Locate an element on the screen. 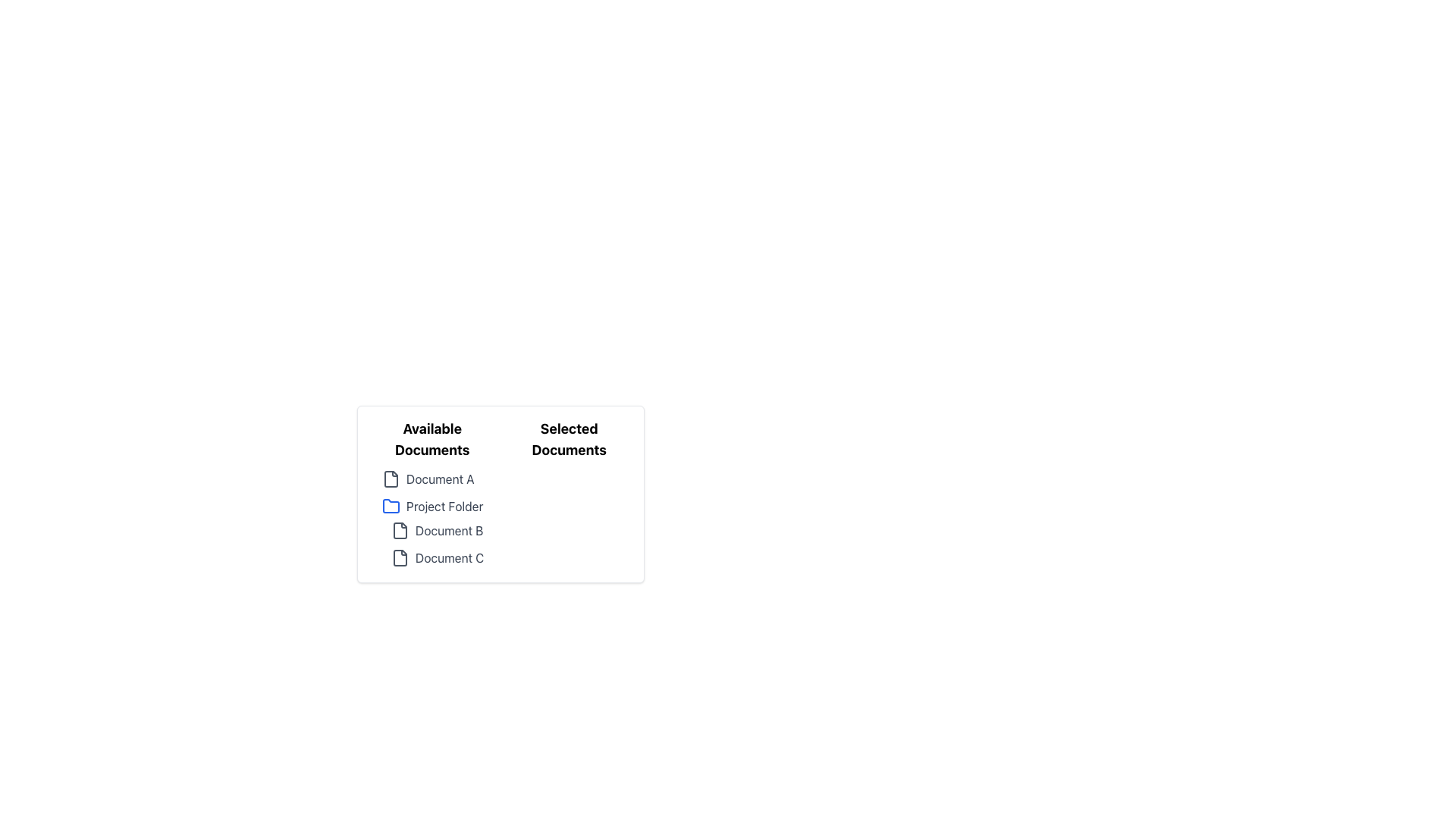  the file icon, which is gray and outlined, located to the left of the text 'Document B' is located at coordinates (400, 529).